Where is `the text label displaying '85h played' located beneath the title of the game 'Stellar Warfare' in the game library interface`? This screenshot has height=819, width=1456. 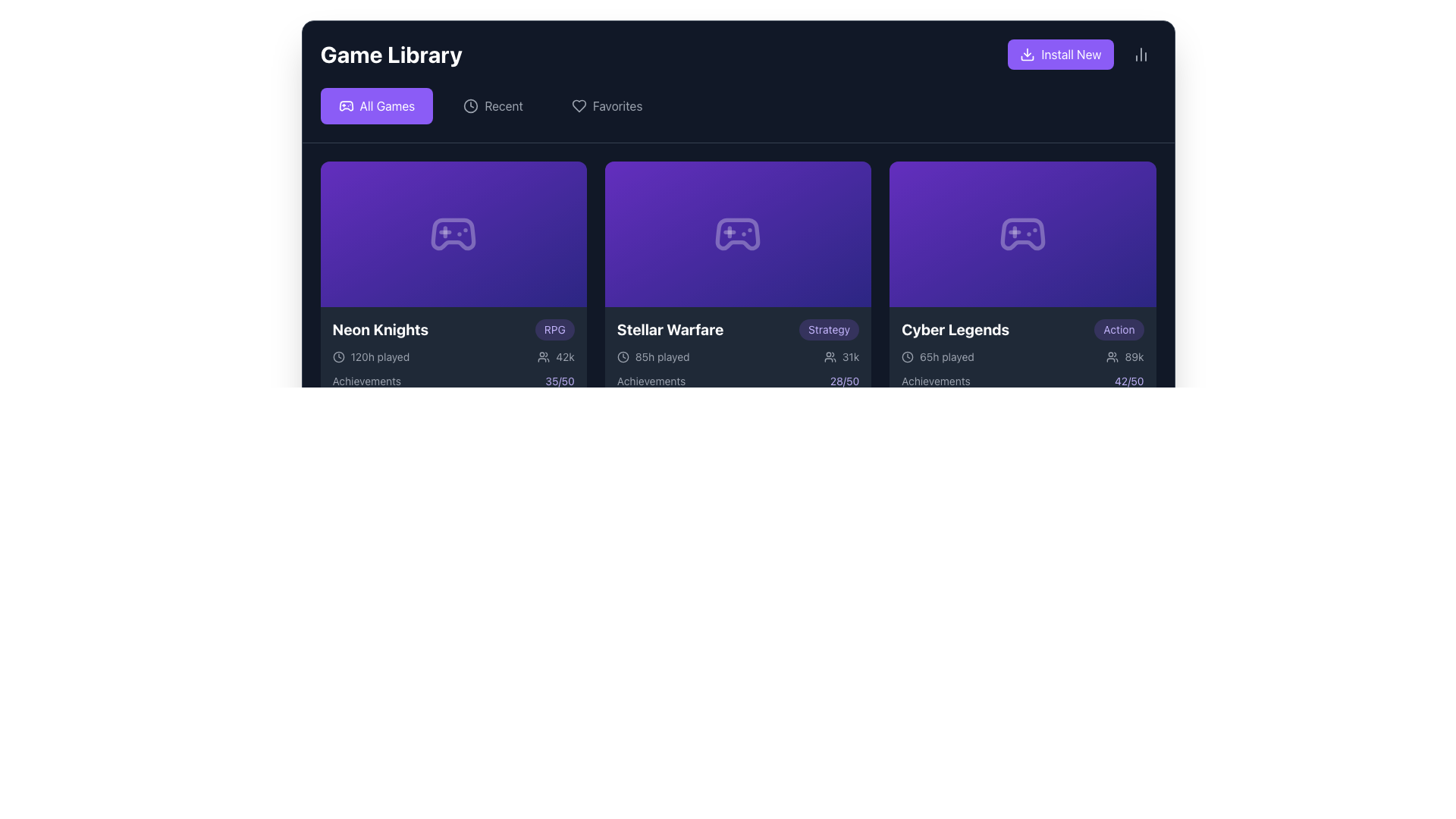
the text label displaying '85h played' located beneath the title of the game 'Stellar Warfare' in the game library interface is located at coordinates (662, 356).